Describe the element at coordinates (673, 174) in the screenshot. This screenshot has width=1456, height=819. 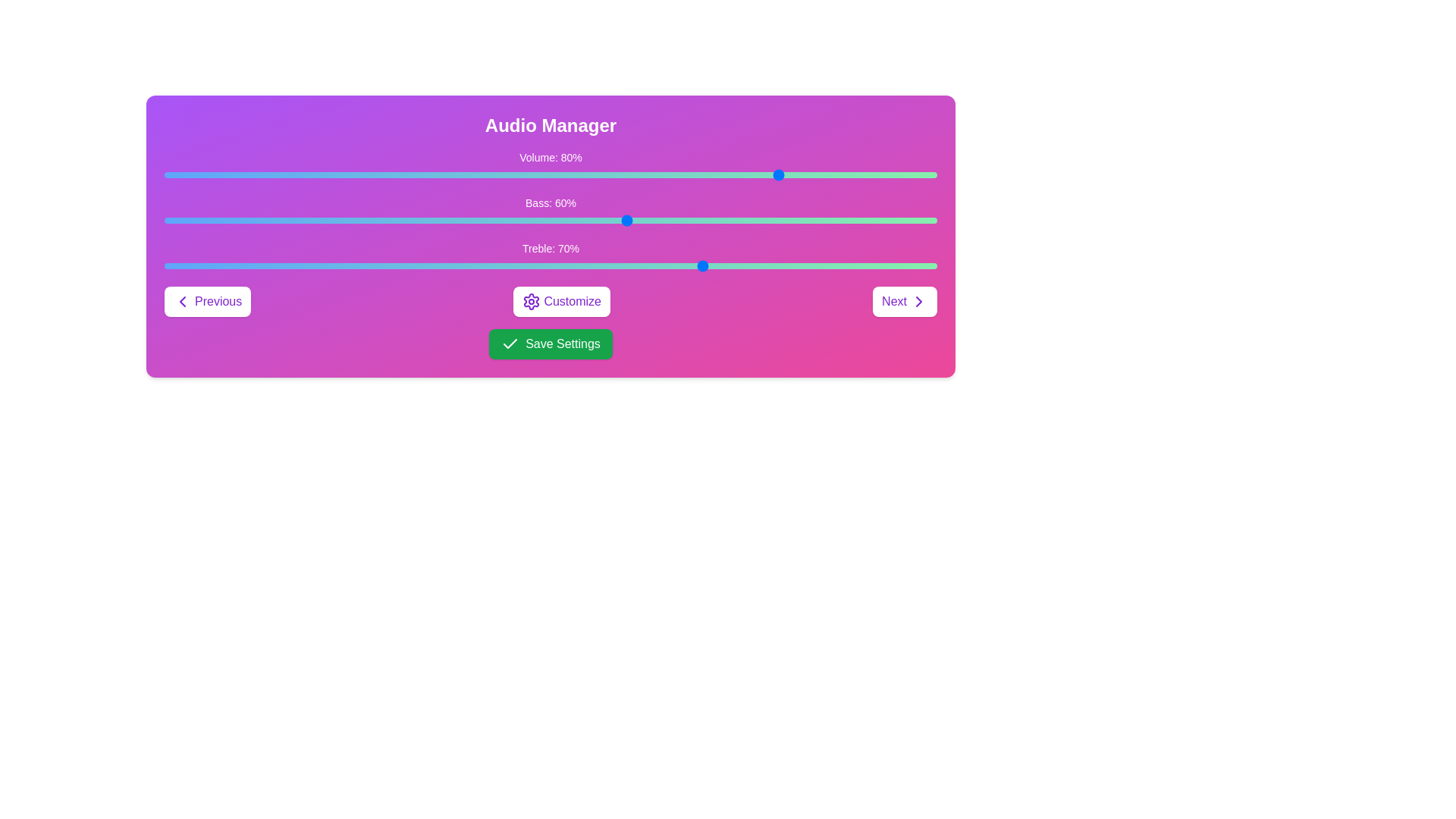
I see `the slider value` at that location.